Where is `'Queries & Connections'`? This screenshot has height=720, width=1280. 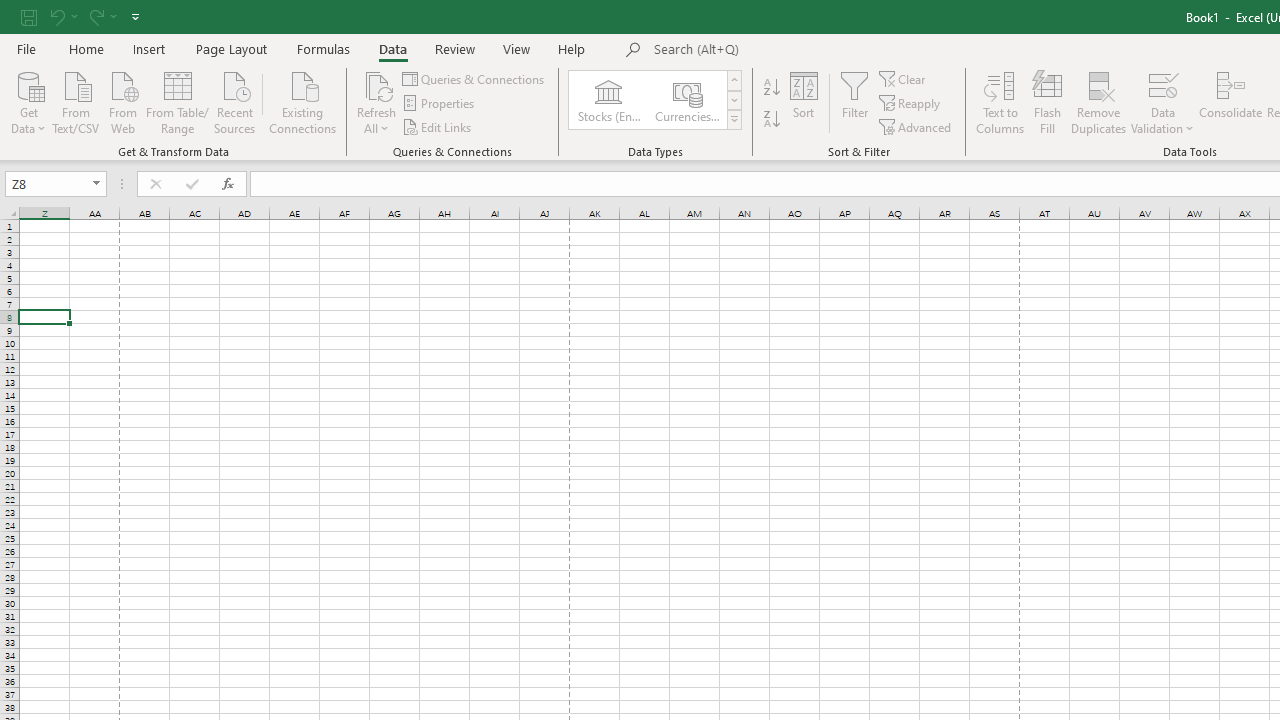
'Queries & Connections' is located at coordinates (473, 78).